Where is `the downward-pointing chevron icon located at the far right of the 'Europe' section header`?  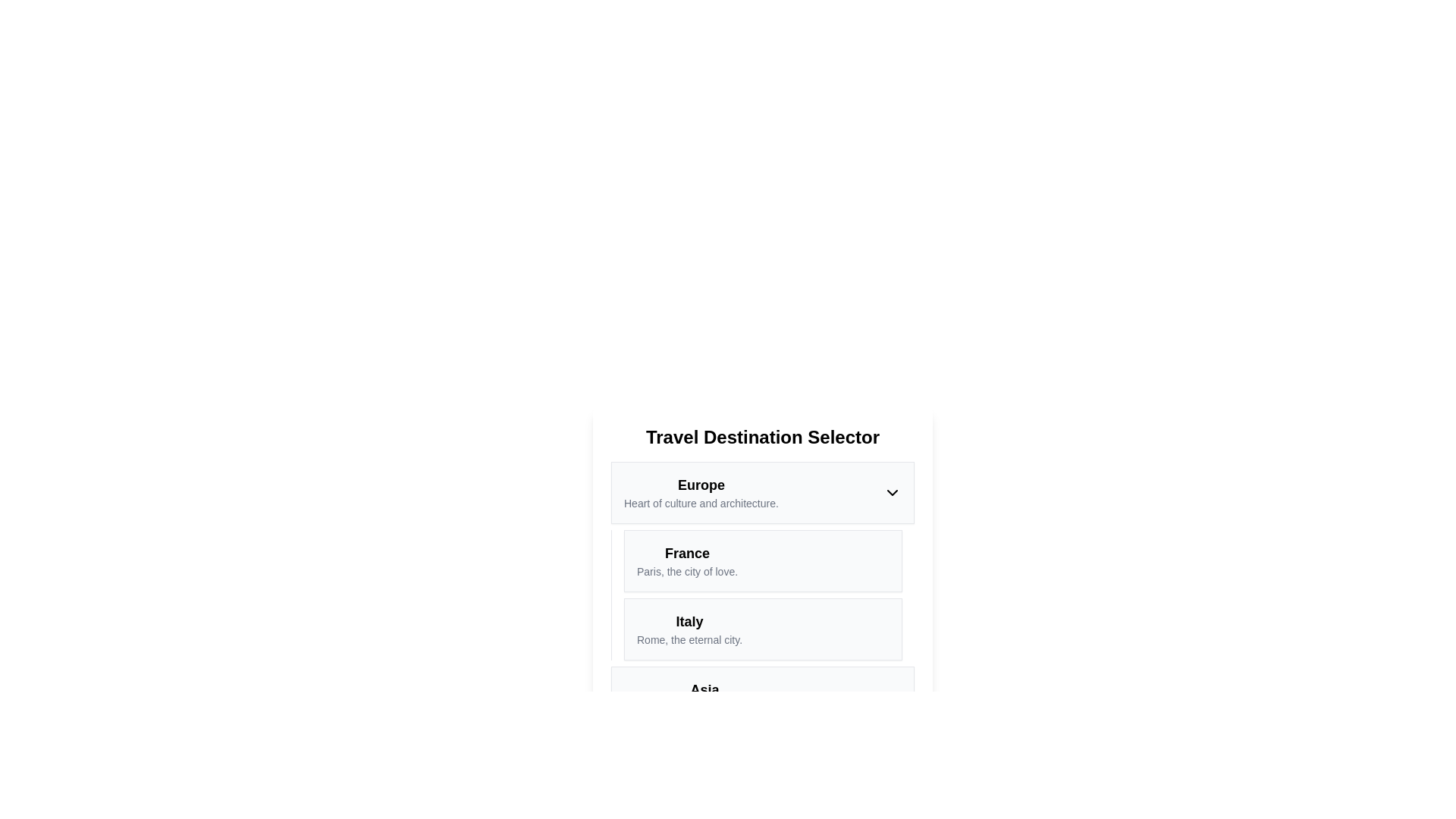 the downward-pointing chevron icon located at the far right of the 'Europe' section header is located at coordinates (892, 493).